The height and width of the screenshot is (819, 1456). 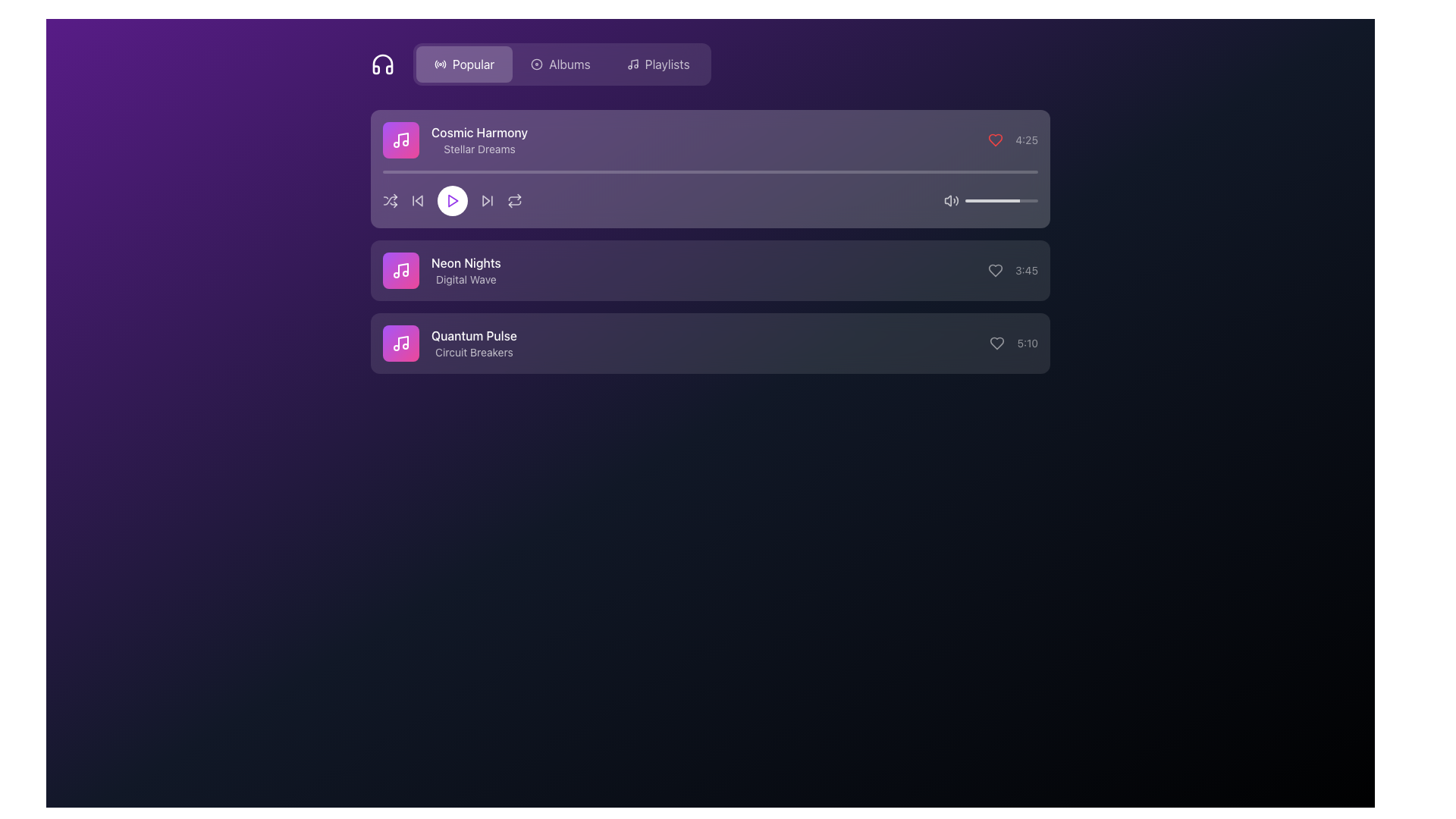 What do you see at coordinates (419, 200) in the screenshot?
I see `the skip-back icon in the playback controls for the 'Cosmic Harmony' track` at bounding box center [419, 200].